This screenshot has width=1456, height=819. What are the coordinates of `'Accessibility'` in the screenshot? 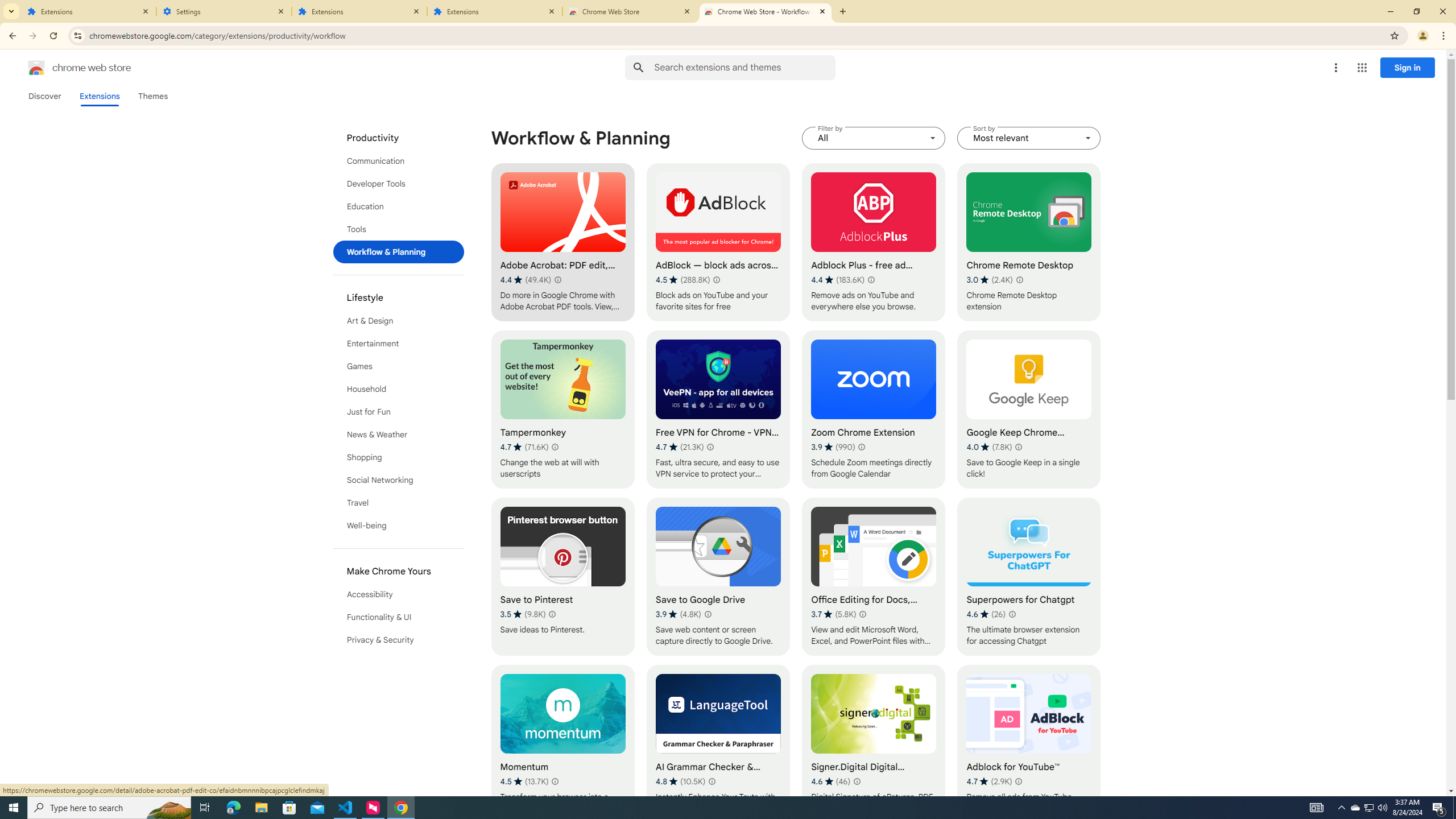 It's located at (399, 594).